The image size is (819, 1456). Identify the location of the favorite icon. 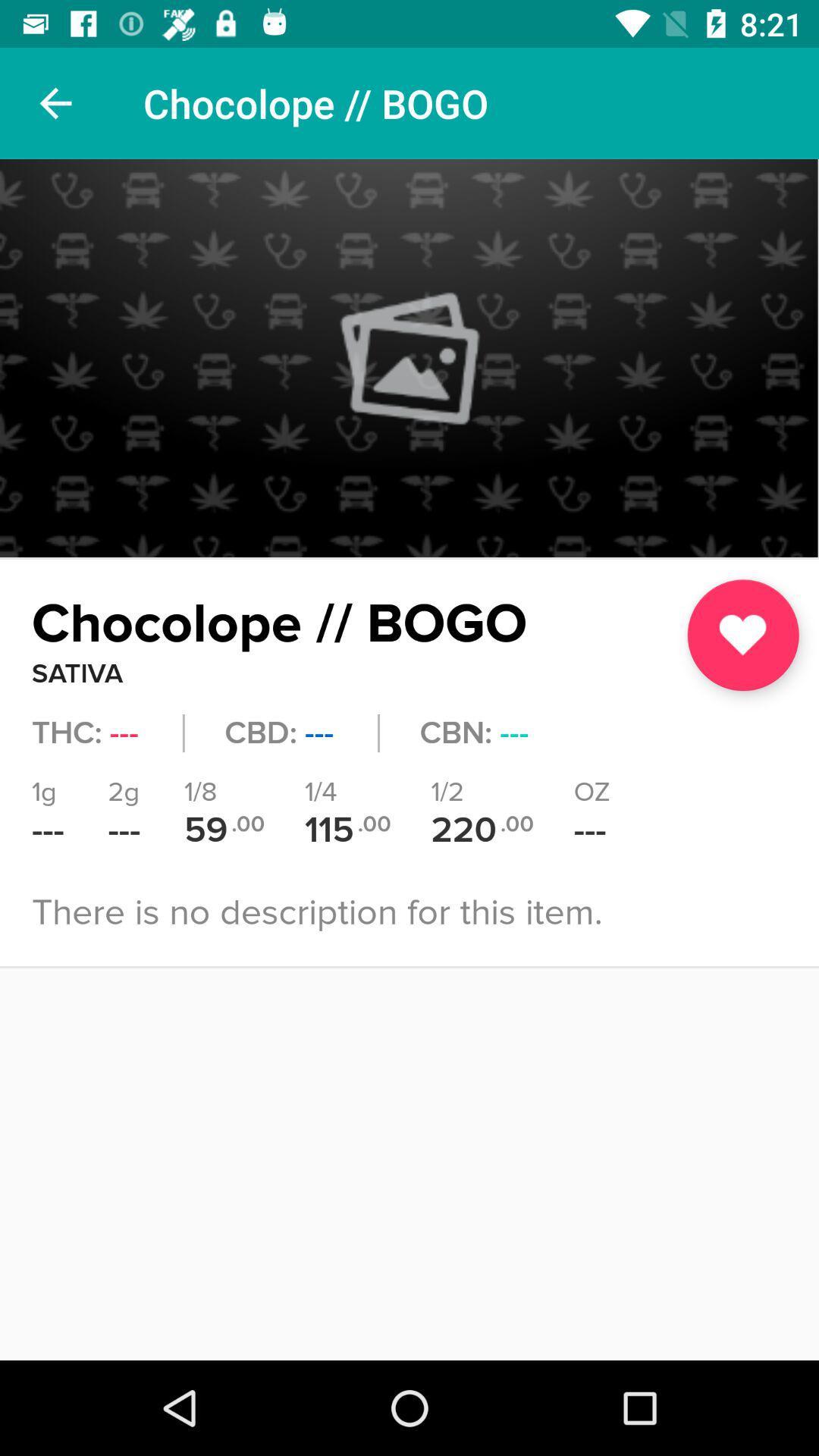
(742, 635).